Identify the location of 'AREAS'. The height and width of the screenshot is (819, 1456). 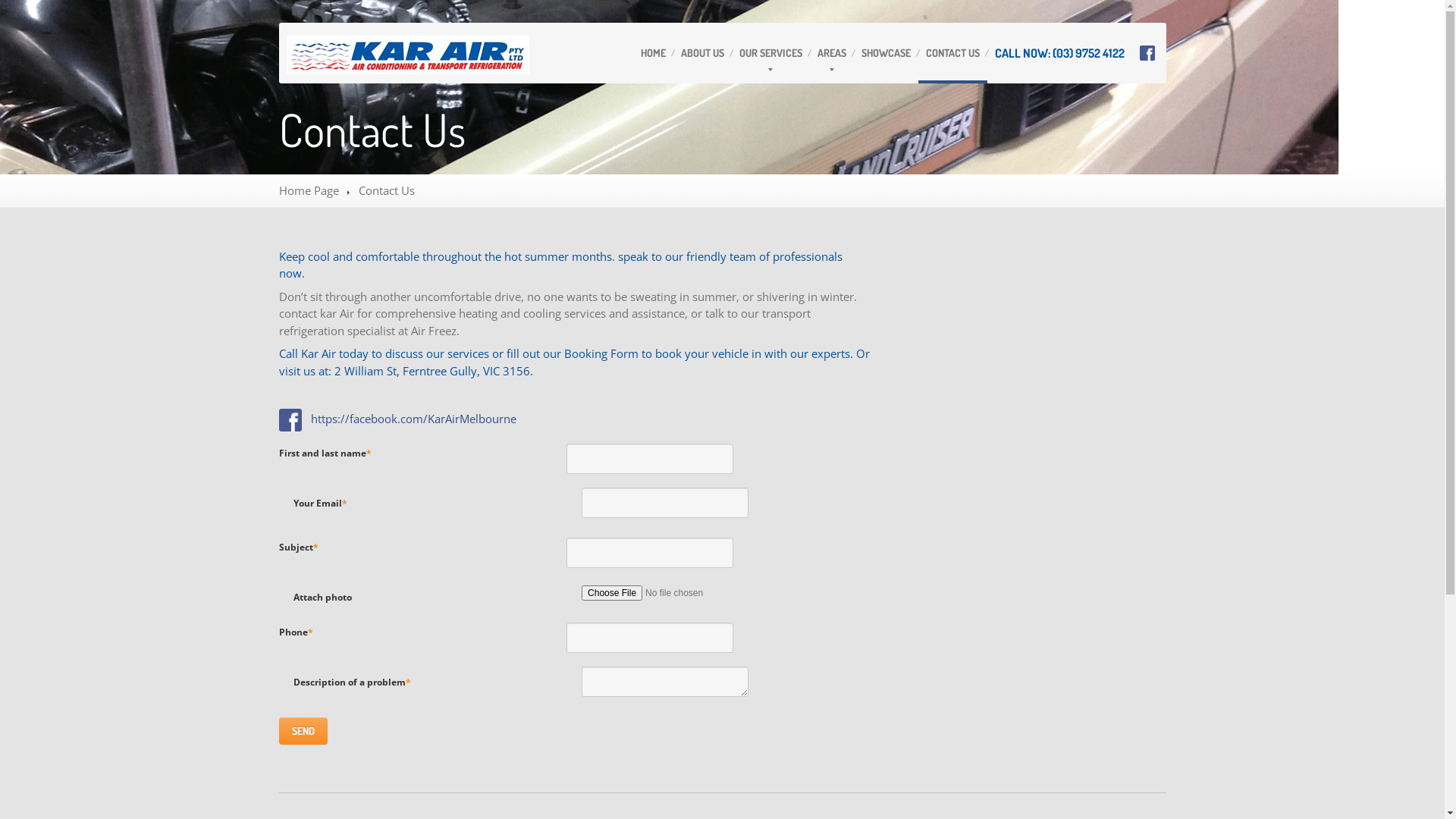
(831, 52).